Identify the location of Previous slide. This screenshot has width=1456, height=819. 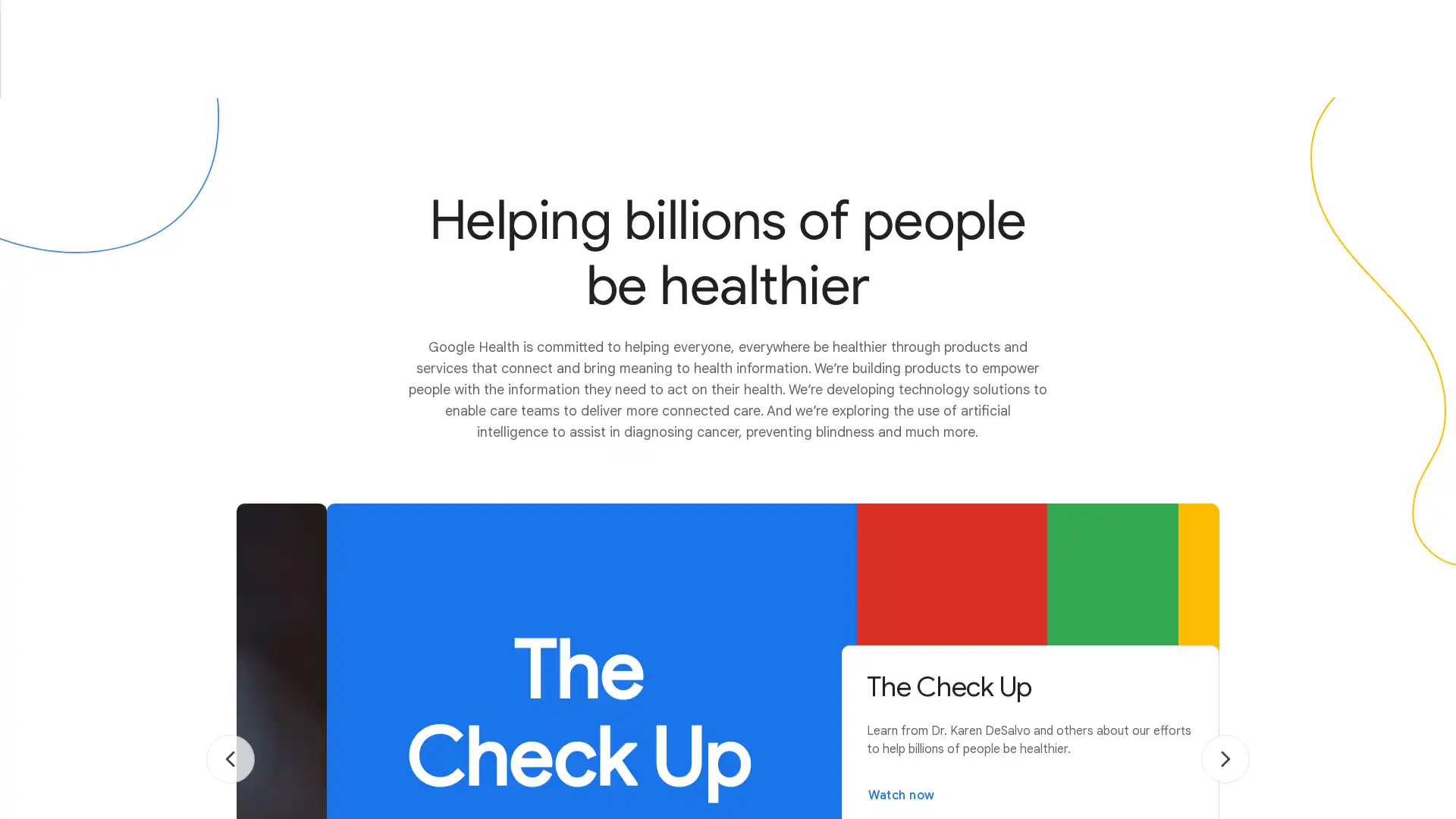
(229, 759).